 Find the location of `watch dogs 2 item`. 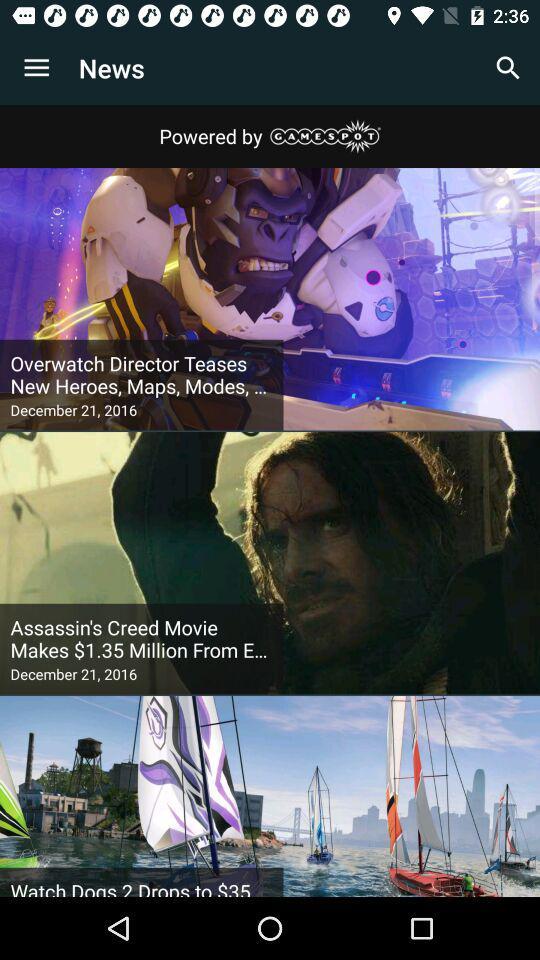

watch dogs 2 item is located at coordinates (140, 886).